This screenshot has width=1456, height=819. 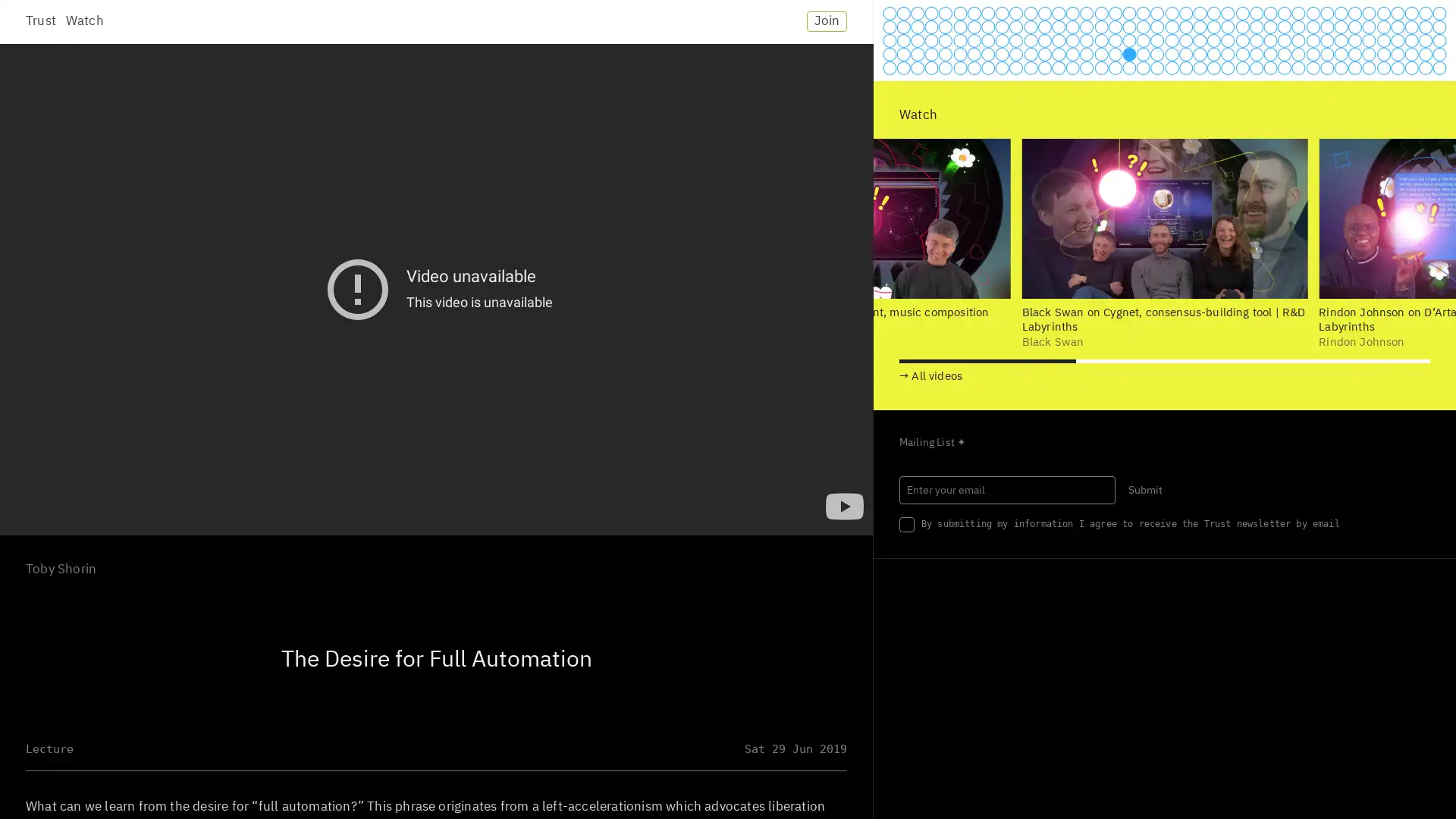 What do you see at coordinates (1341, 360) in the screenshot?
I see `Go to slide 3` at bounding box center [1341, 360].